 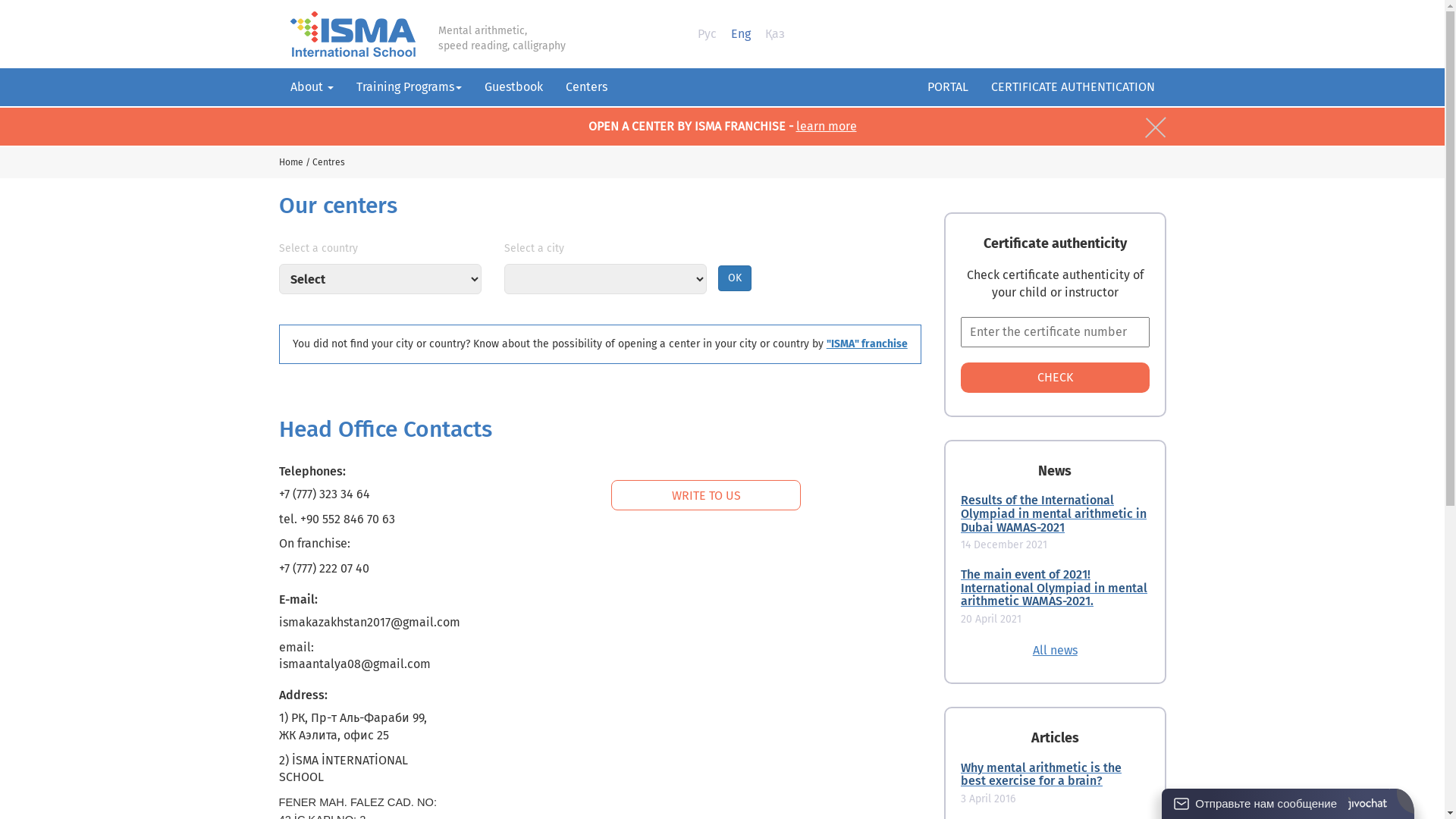 I want to click on 'Why mental arithmetic is the best exercise for a brain?', so click(x=1054, y=774).